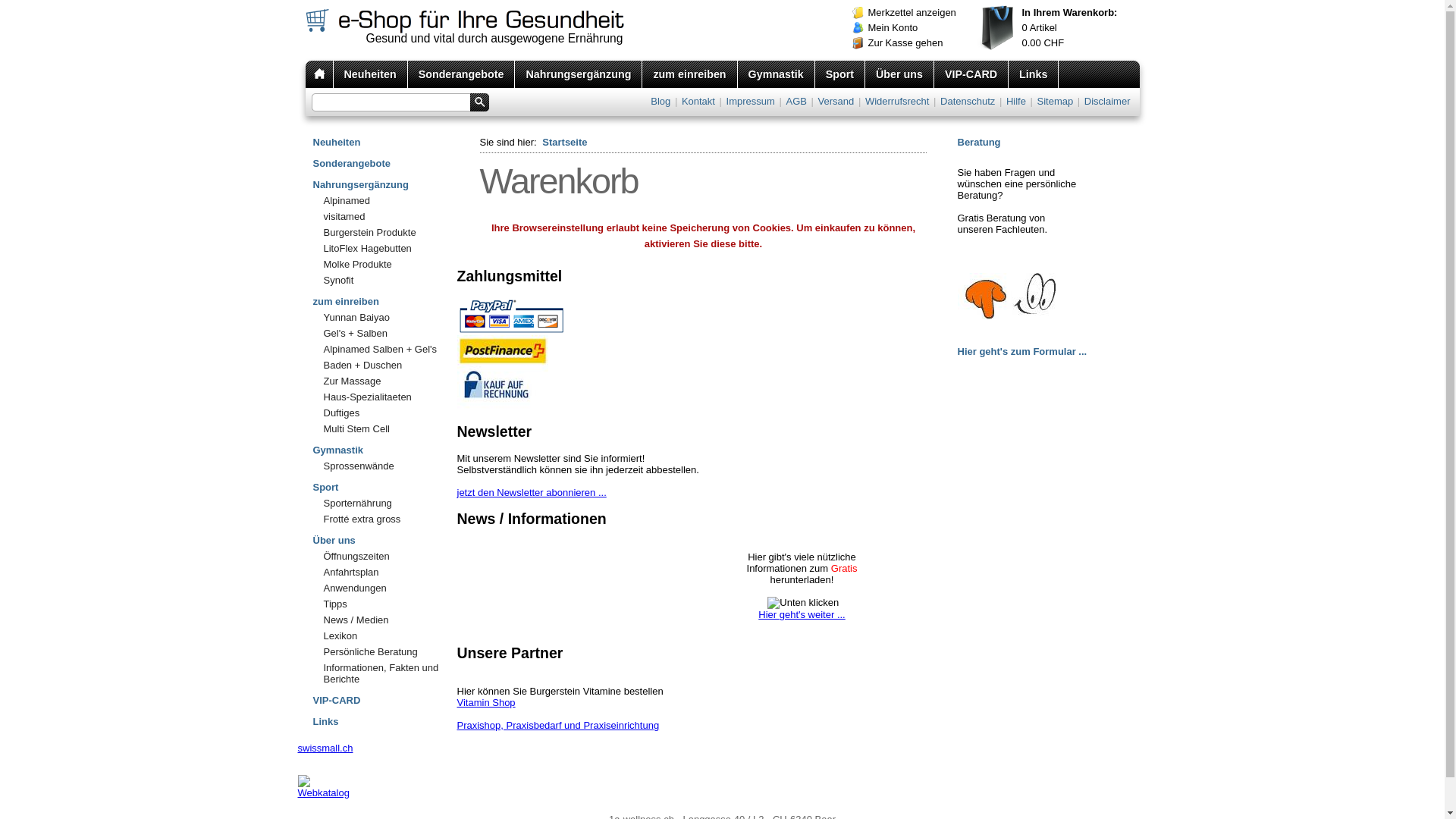 This screenshot has width=1456, height=819. I want to click on 'VIP-CARD', so click(384, 698).